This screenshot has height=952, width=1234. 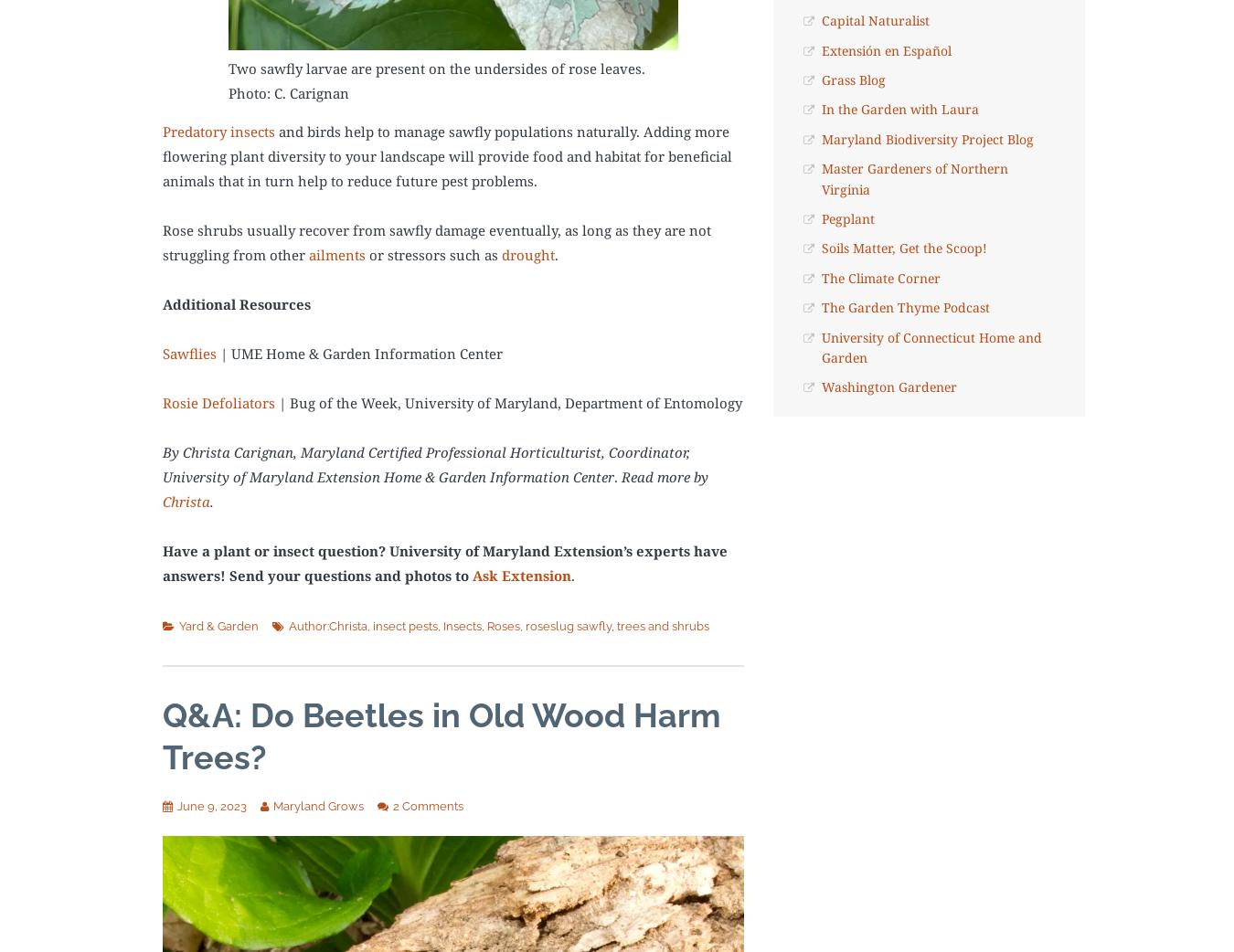 What do you see at coordinates (878, 277) in the screenshot?
I see `'The Climate Corner'` at bounding box center [878, 277].